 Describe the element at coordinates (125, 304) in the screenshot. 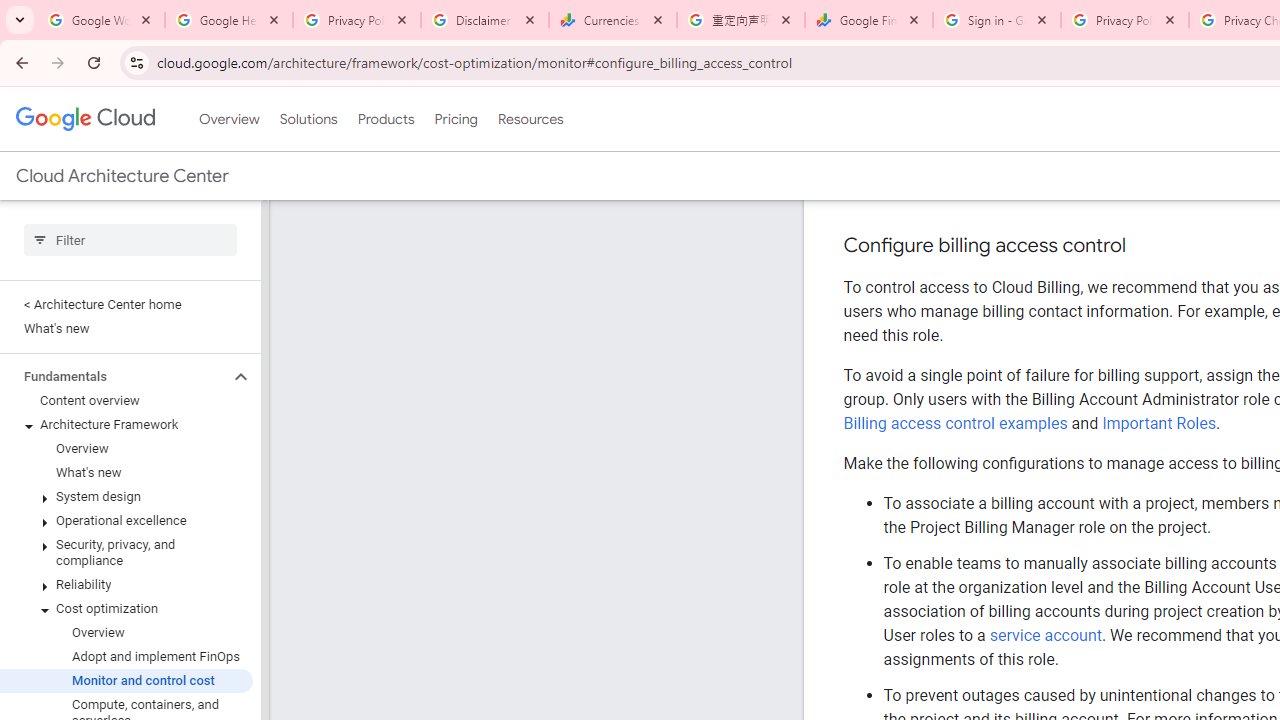

I see `'< Architecture Center home'` at that location.